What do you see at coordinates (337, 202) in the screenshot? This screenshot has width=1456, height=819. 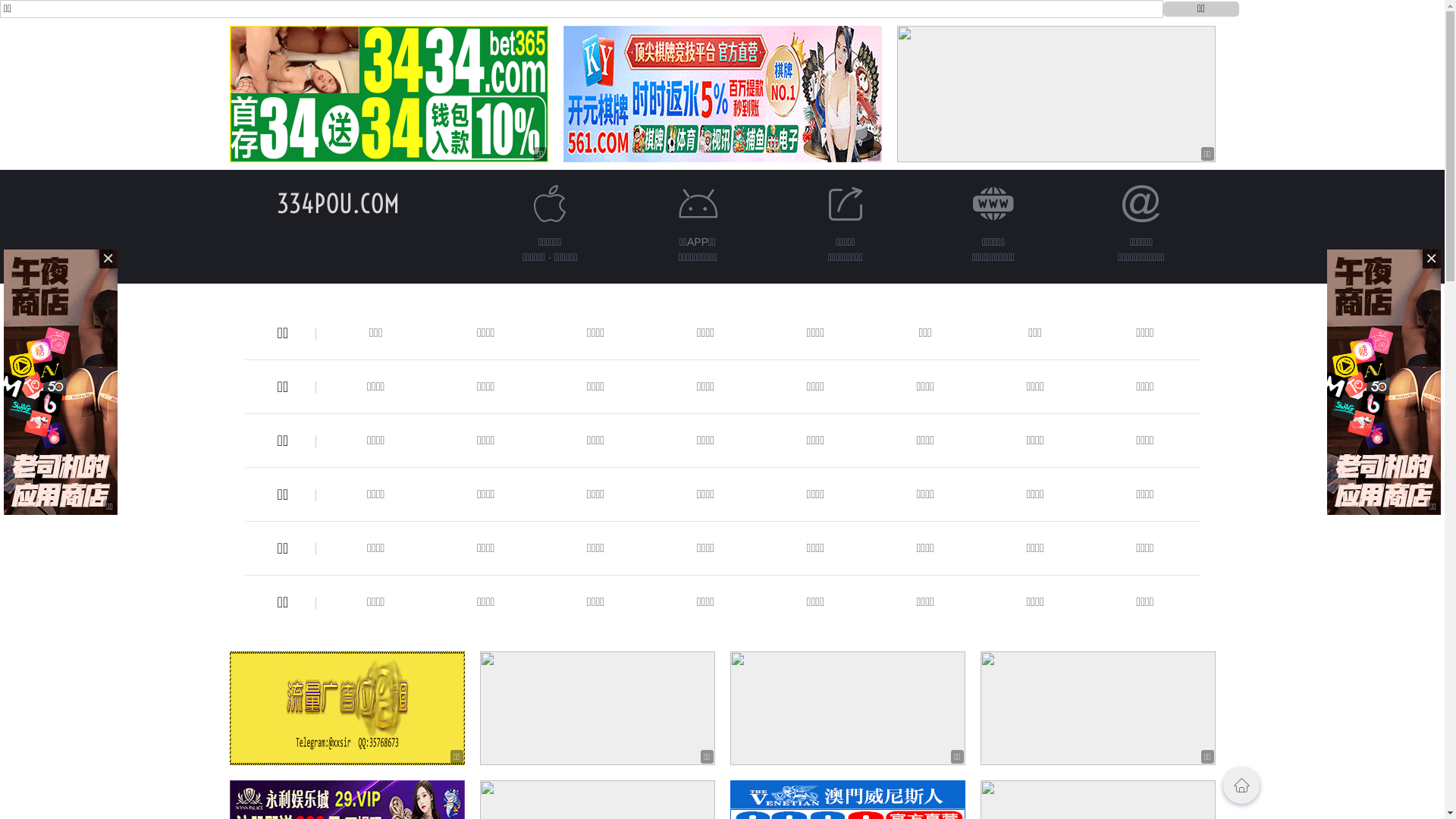 I see `'334POU.COM'` at bounding box center [337, 202].